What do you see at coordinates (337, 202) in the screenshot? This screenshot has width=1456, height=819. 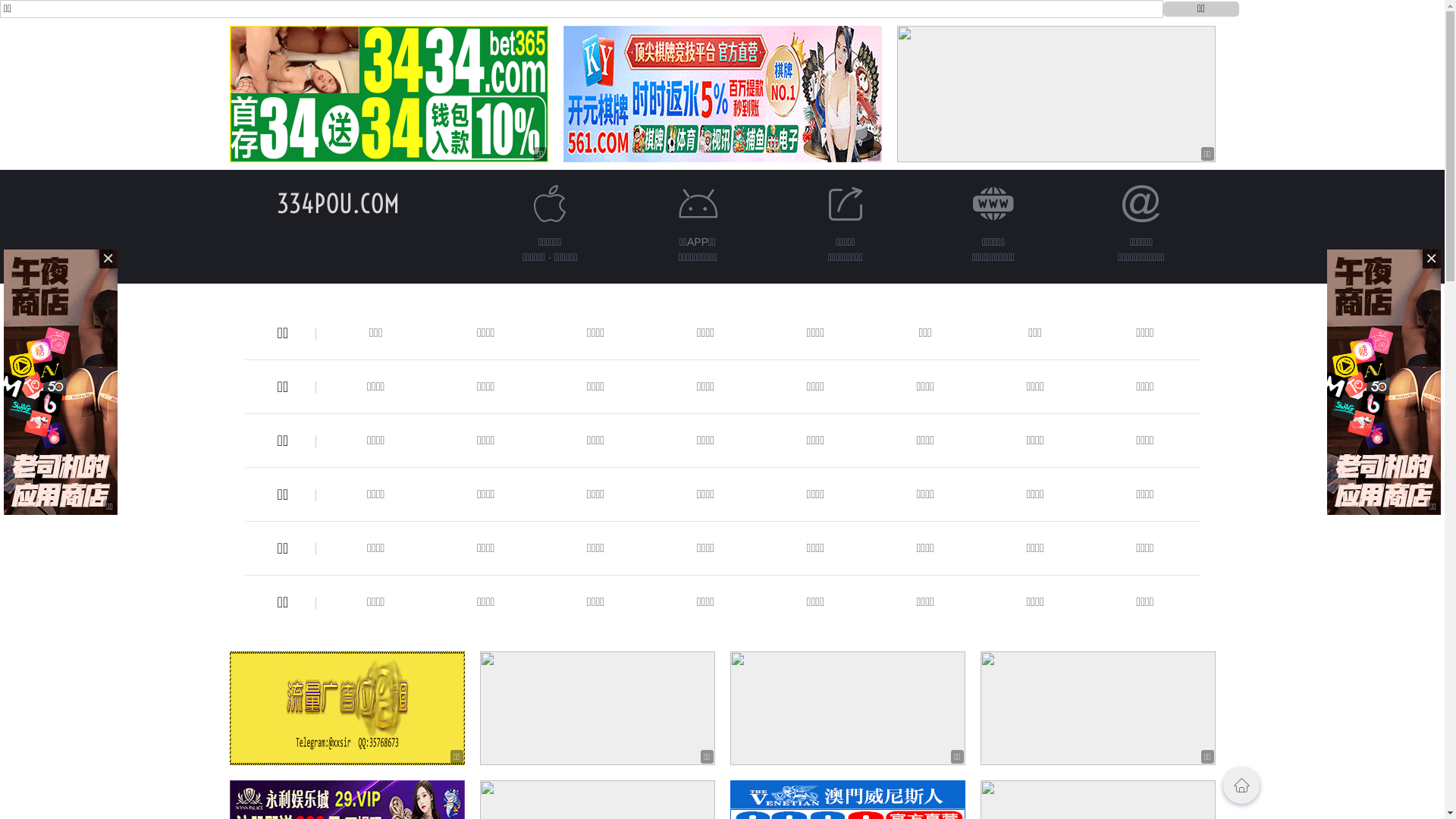 I see `'334POU.COM'` at bounding box center [337, 202].